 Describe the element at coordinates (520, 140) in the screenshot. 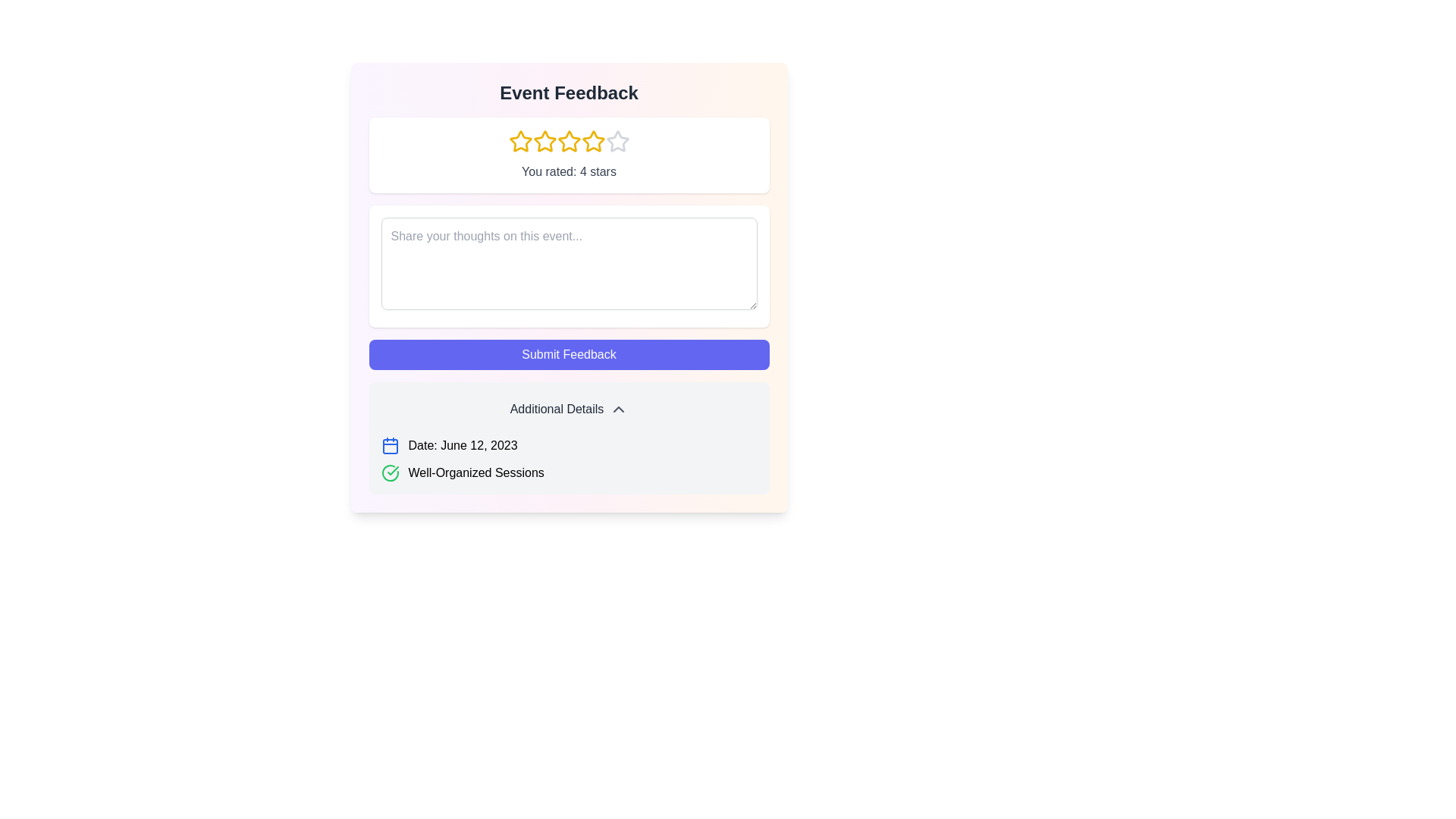

I see `the first star-shaped rating icon with a hollow center and yellow outlines located below the title 'Event Feedback' to rate it` at that location.